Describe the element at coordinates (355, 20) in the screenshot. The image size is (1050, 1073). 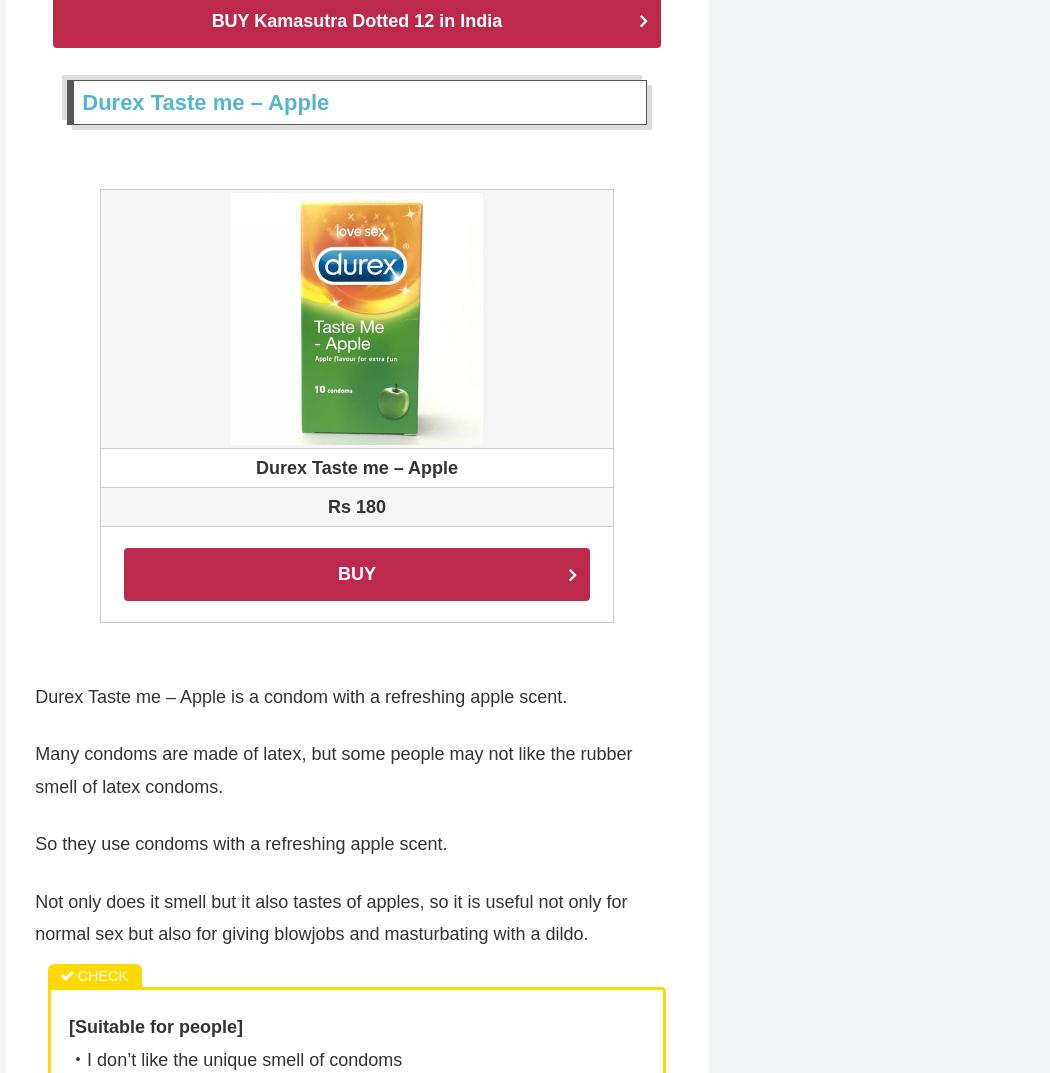
I see `'BUY Kamasutra Dotted 12 in India'` at that location.